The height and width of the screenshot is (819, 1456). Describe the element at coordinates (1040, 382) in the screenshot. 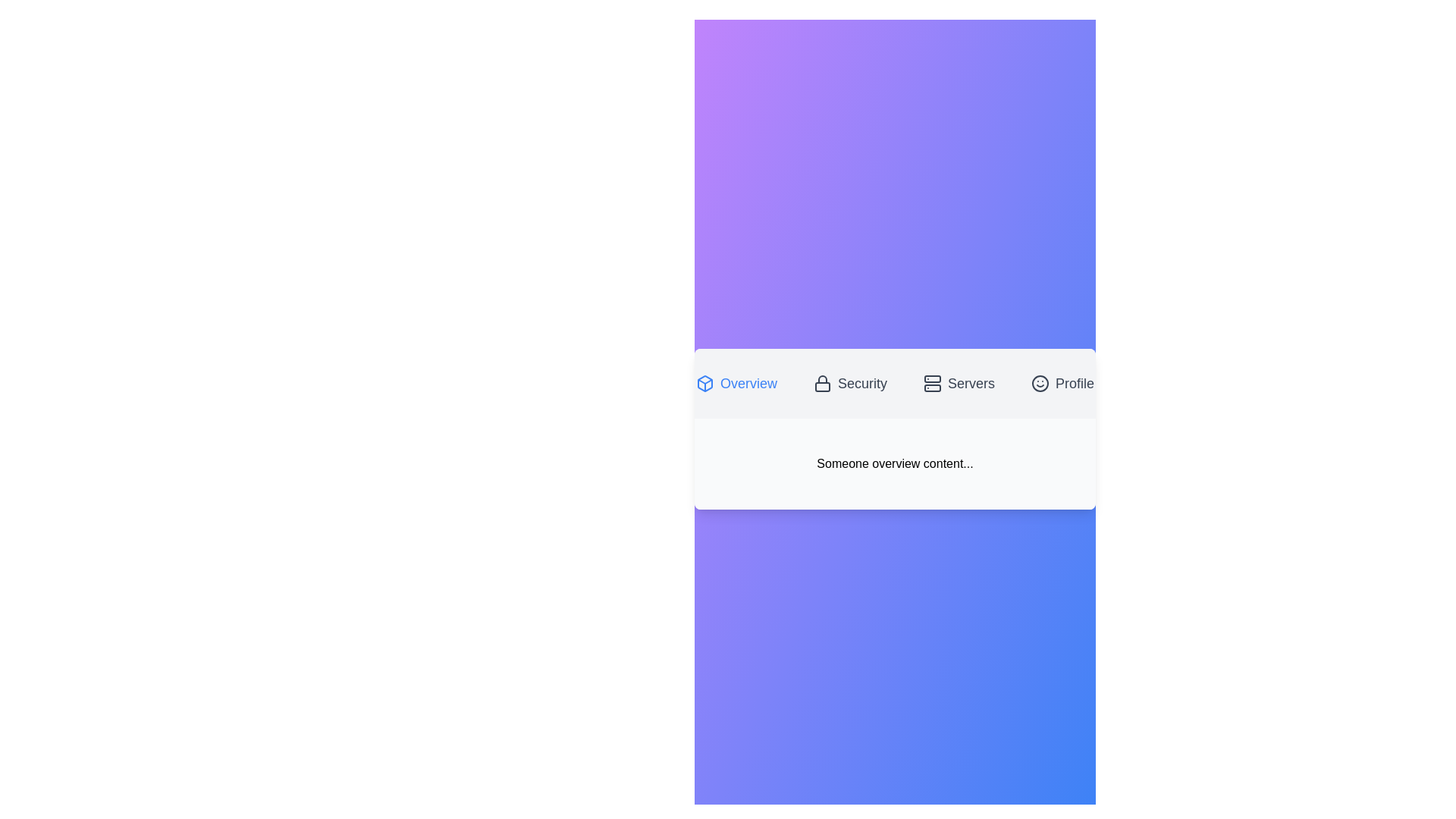

I see `the circular vector graphic representing the face boundary within the smile icon located in the top-right corner of the navigation bar` at that location.